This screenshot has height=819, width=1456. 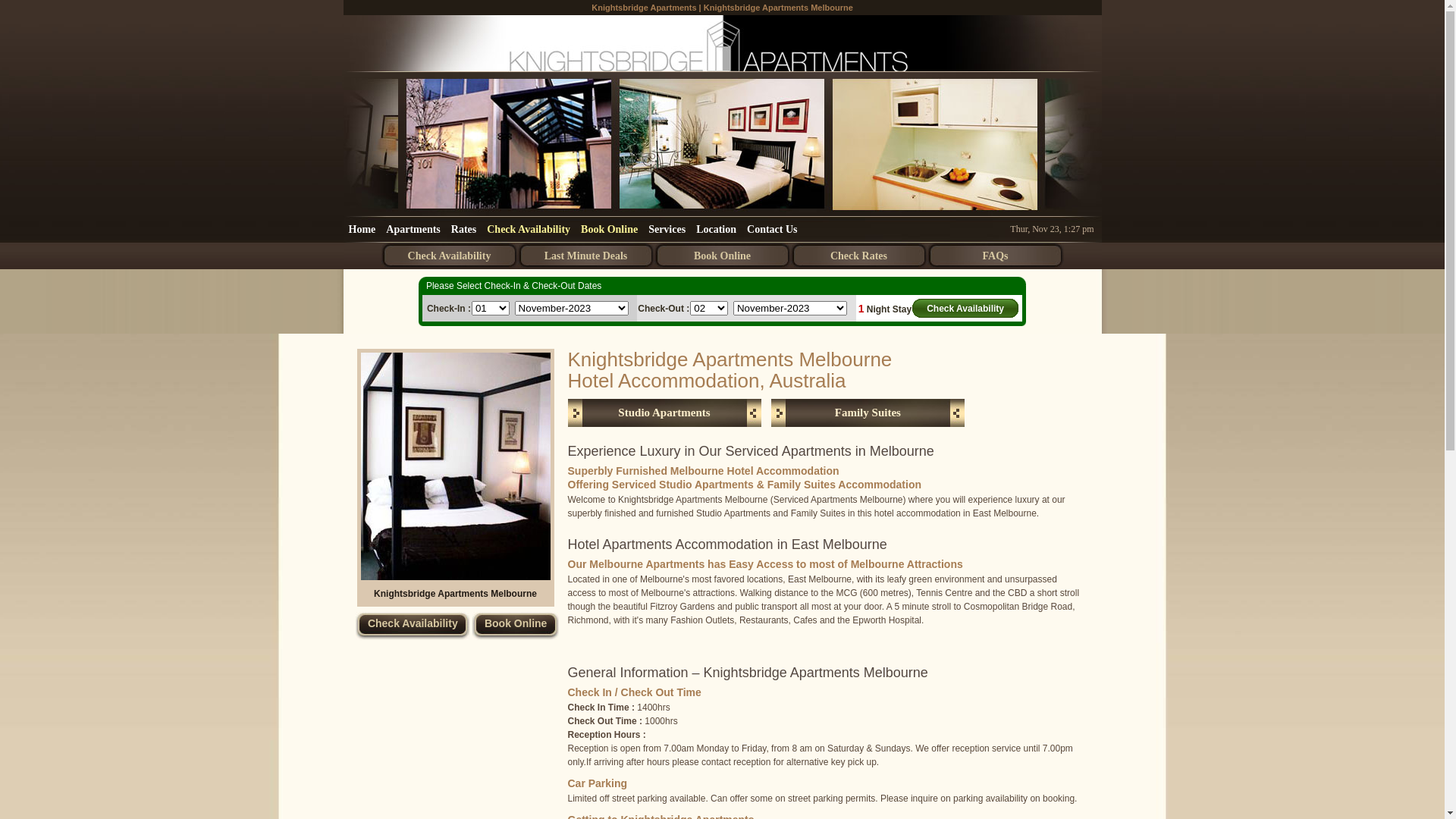 What do you see at coordinates (454, 465) in the screenshot?
I see `'Knightsbridge Apartments Melbourne'` at bounding box center [454, 465].